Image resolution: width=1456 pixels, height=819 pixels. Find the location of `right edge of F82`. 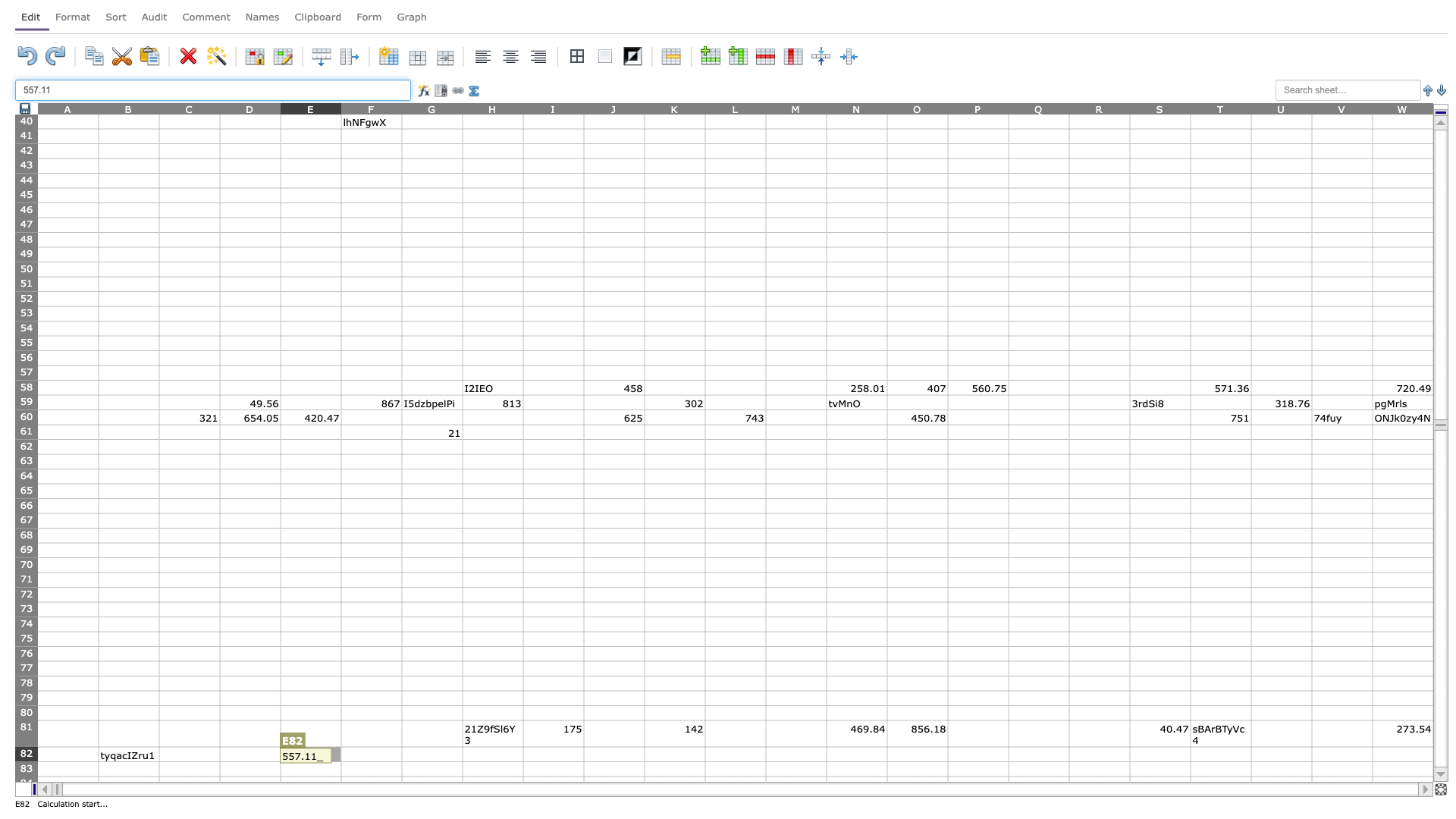

right edge of F82 is located at coordinates (401, 754).